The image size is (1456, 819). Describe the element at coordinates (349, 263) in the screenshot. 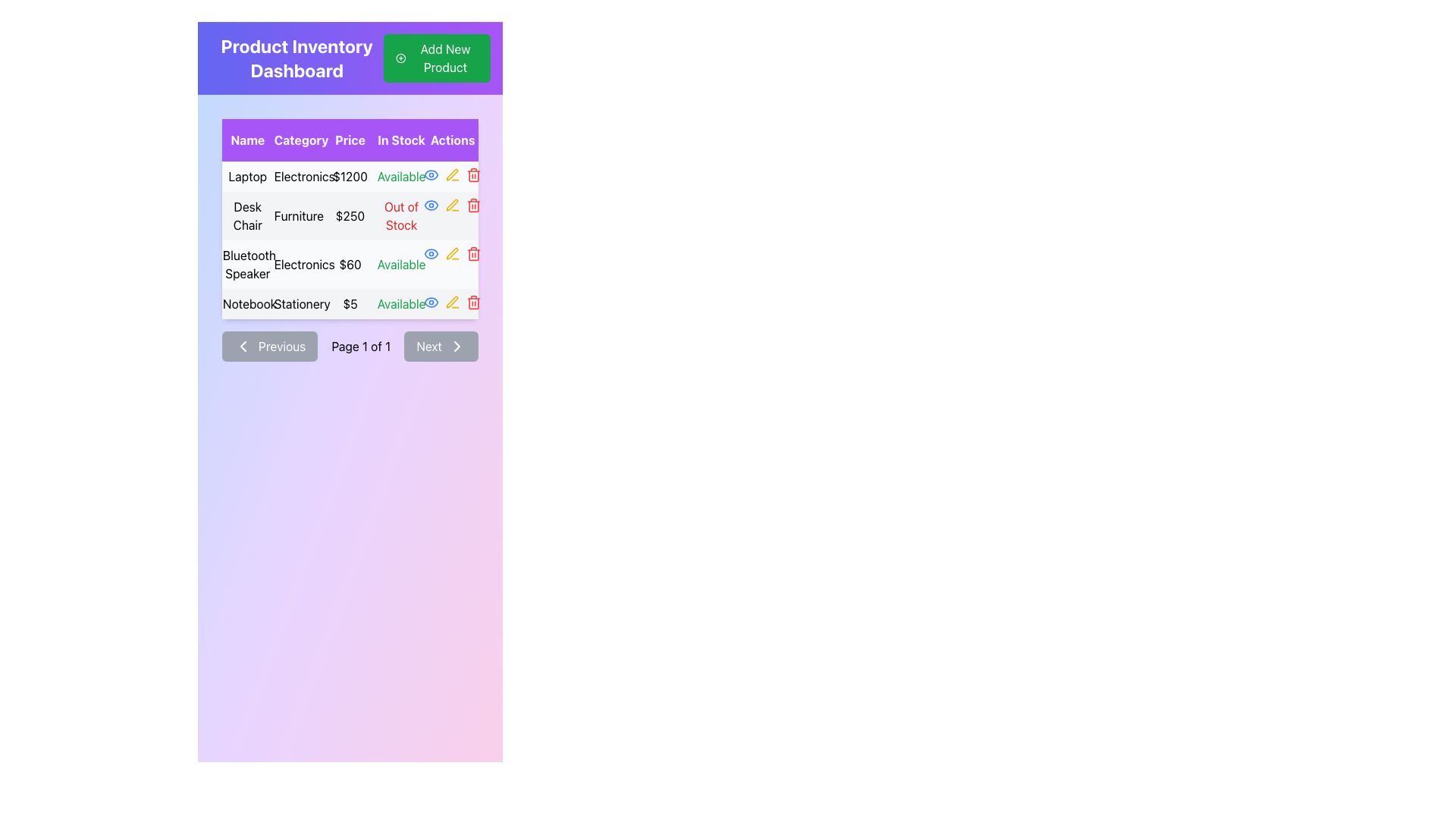

I see `the static text element displaying the price '$60' for the product 'Bluetooth Speaker' located in the third row of the 'Price' column in a table` at that location.